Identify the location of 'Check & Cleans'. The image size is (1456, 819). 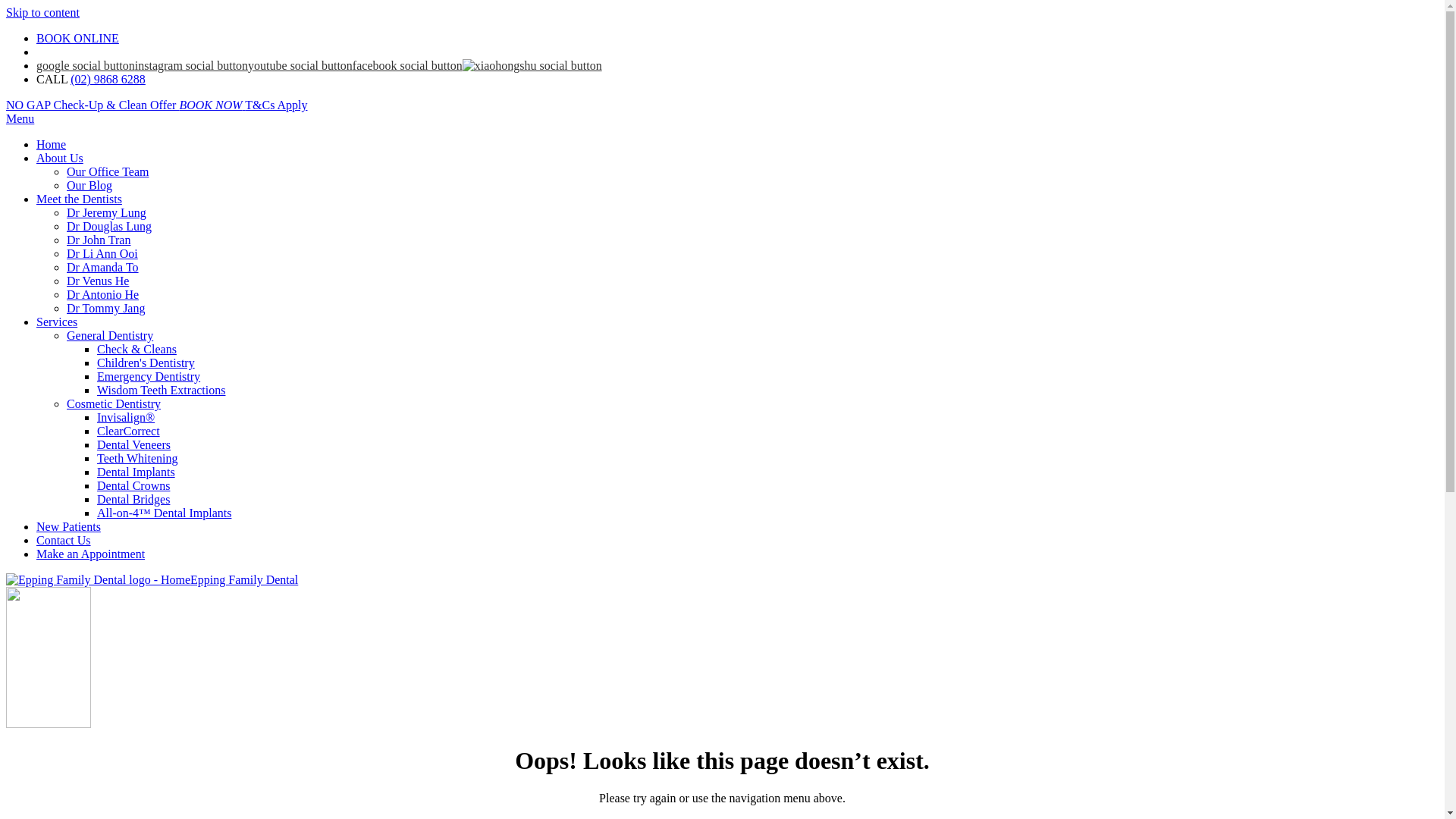
(136, 349).